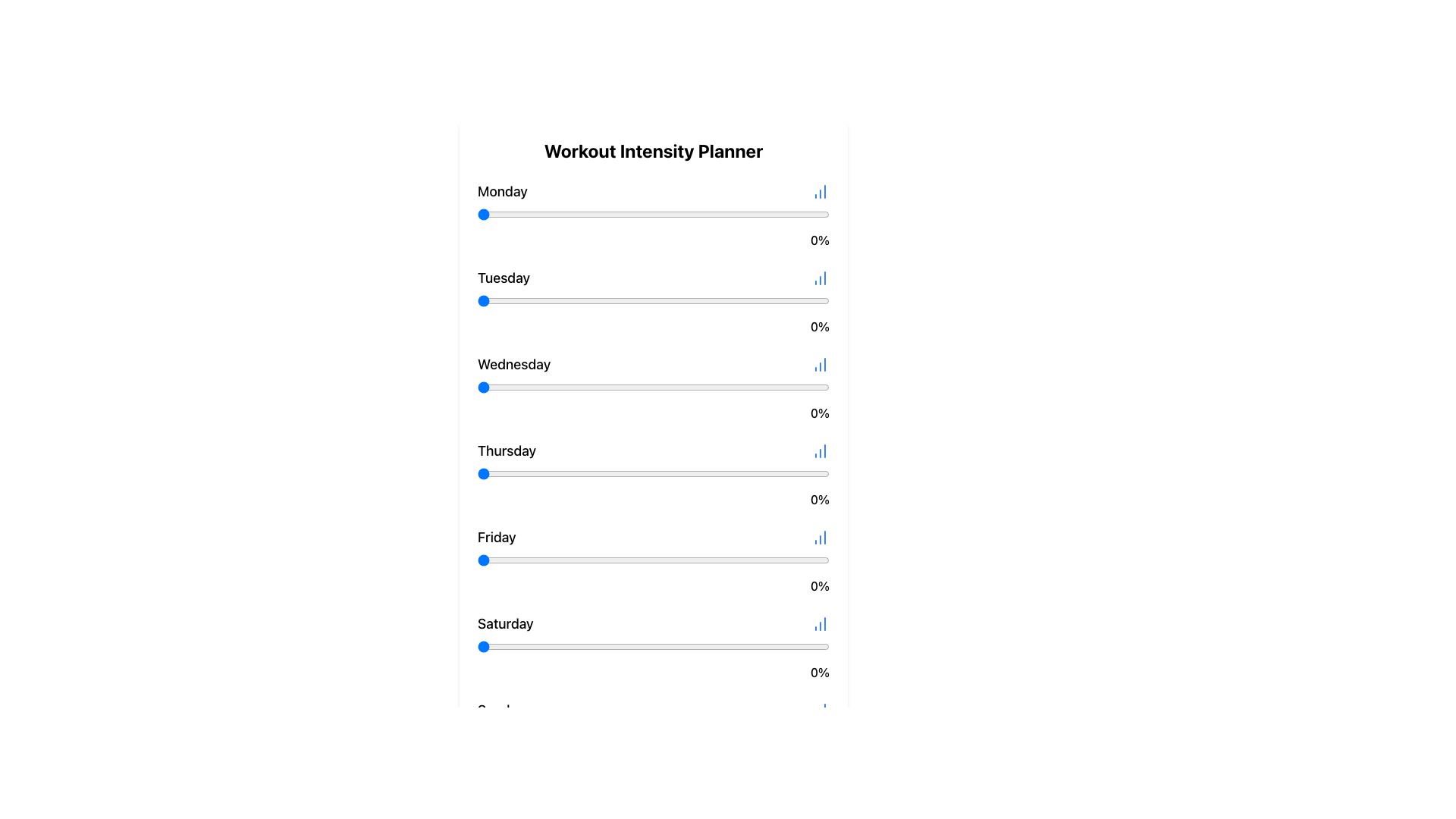  What do you see at coordinates (523, 472) in the screenshot?
I see `the Thursday intensity` at bounding box center [523, 472].